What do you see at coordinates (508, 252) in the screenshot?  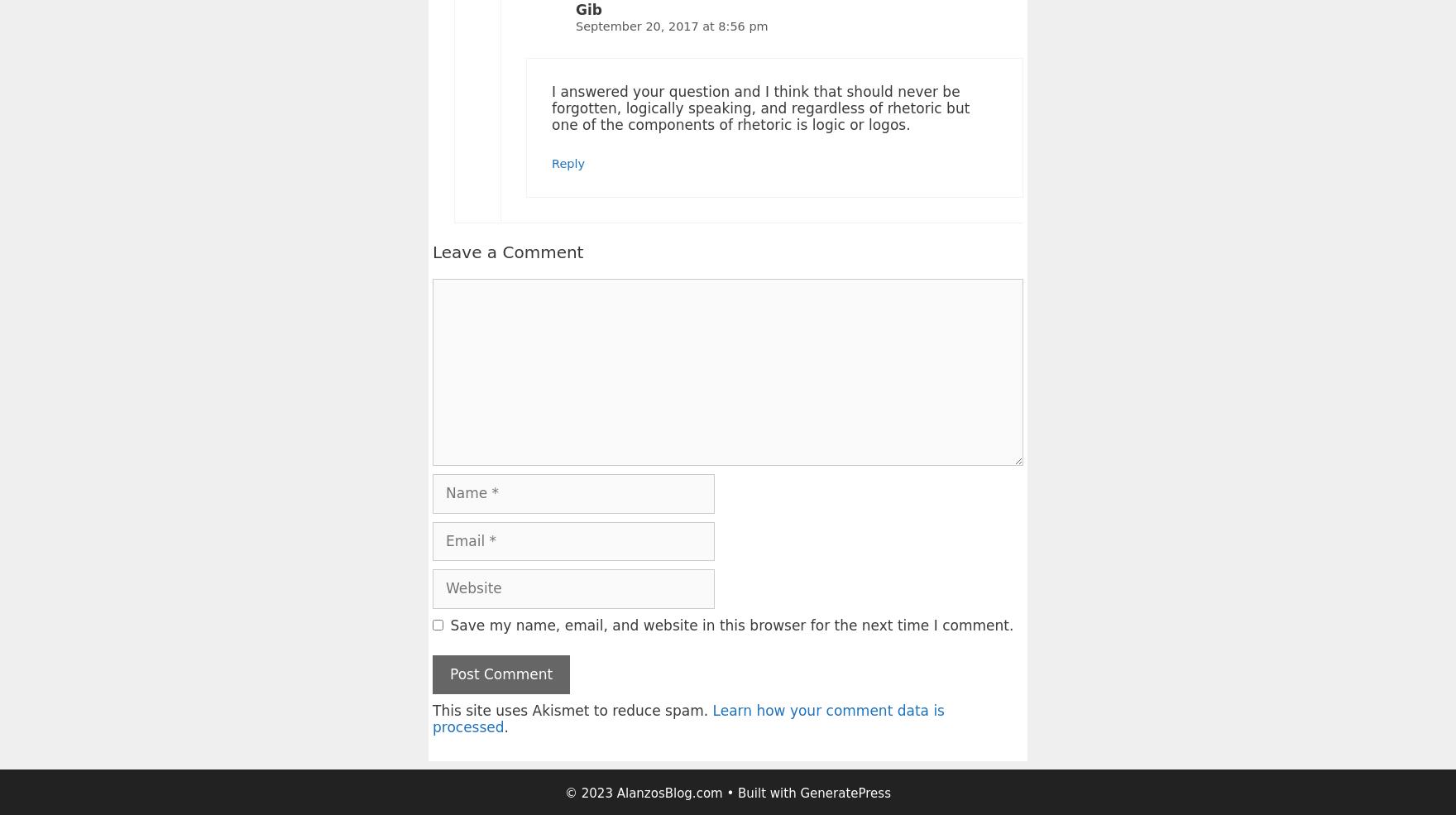 I see `'Leave a Comment'` at bounding box center [508, 252].